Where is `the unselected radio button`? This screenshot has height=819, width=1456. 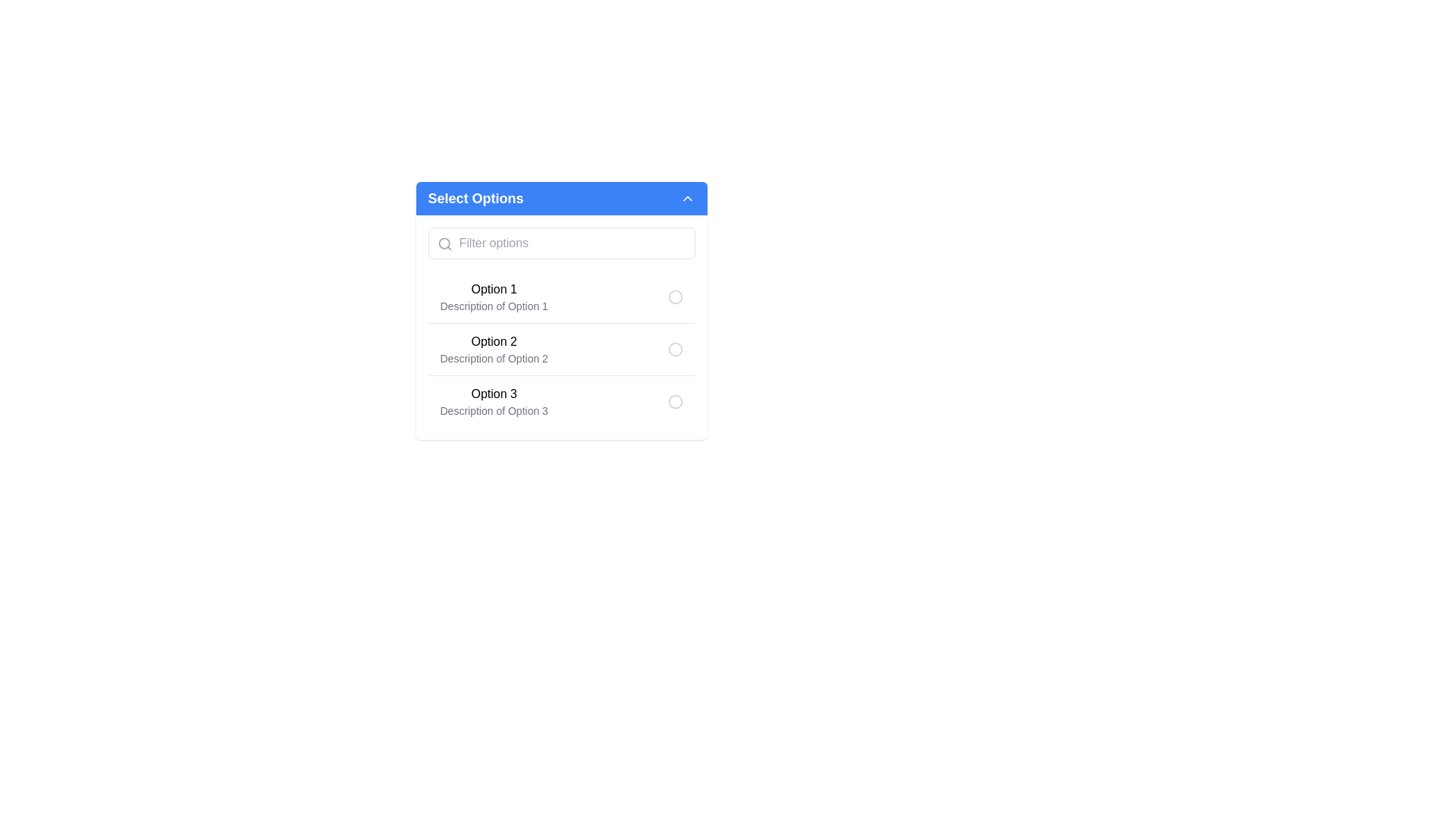 the unselected radio button is located at coordinates (674, 297).